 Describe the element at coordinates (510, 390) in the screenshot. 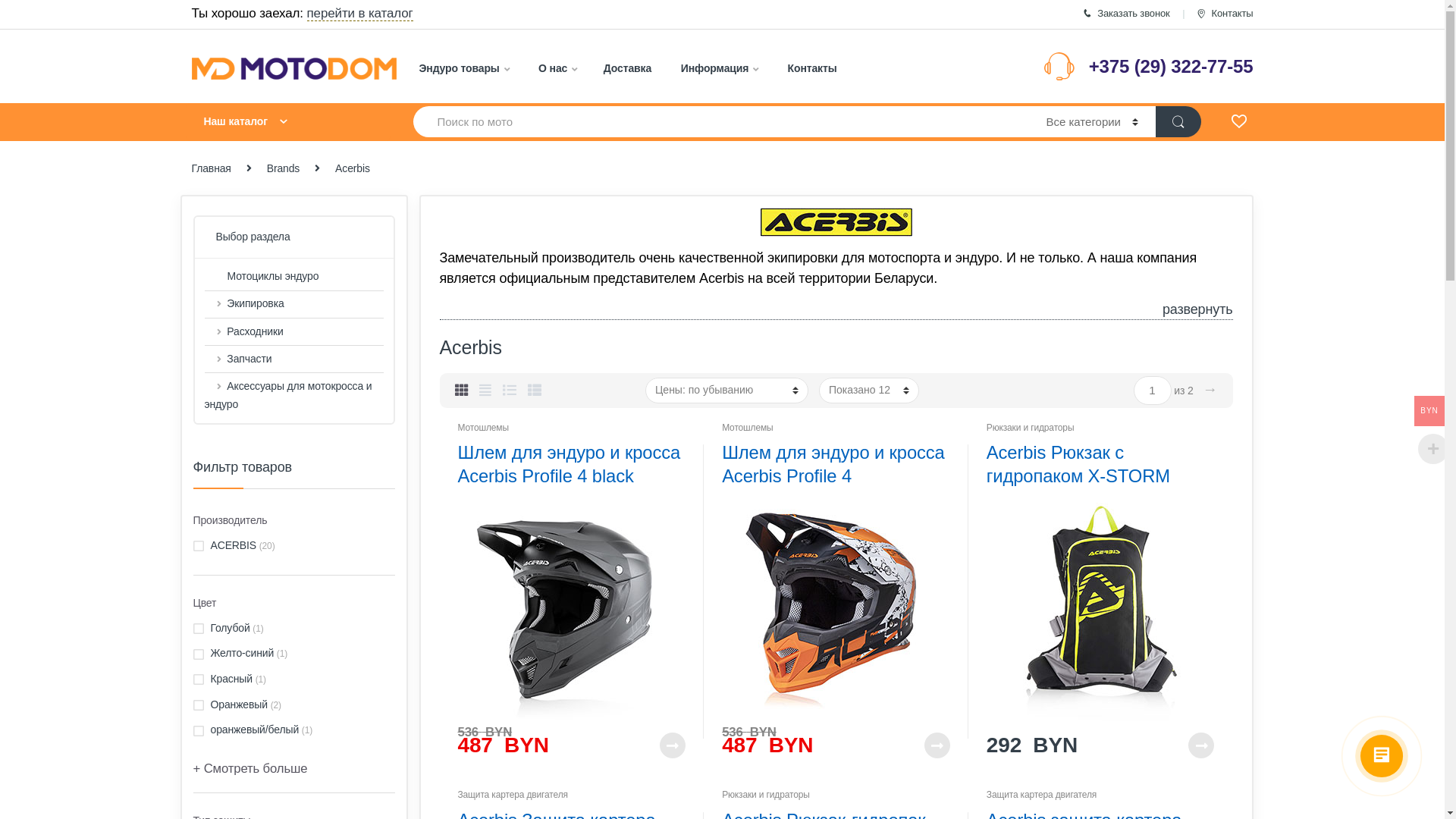

I see `'List View'` at that location.